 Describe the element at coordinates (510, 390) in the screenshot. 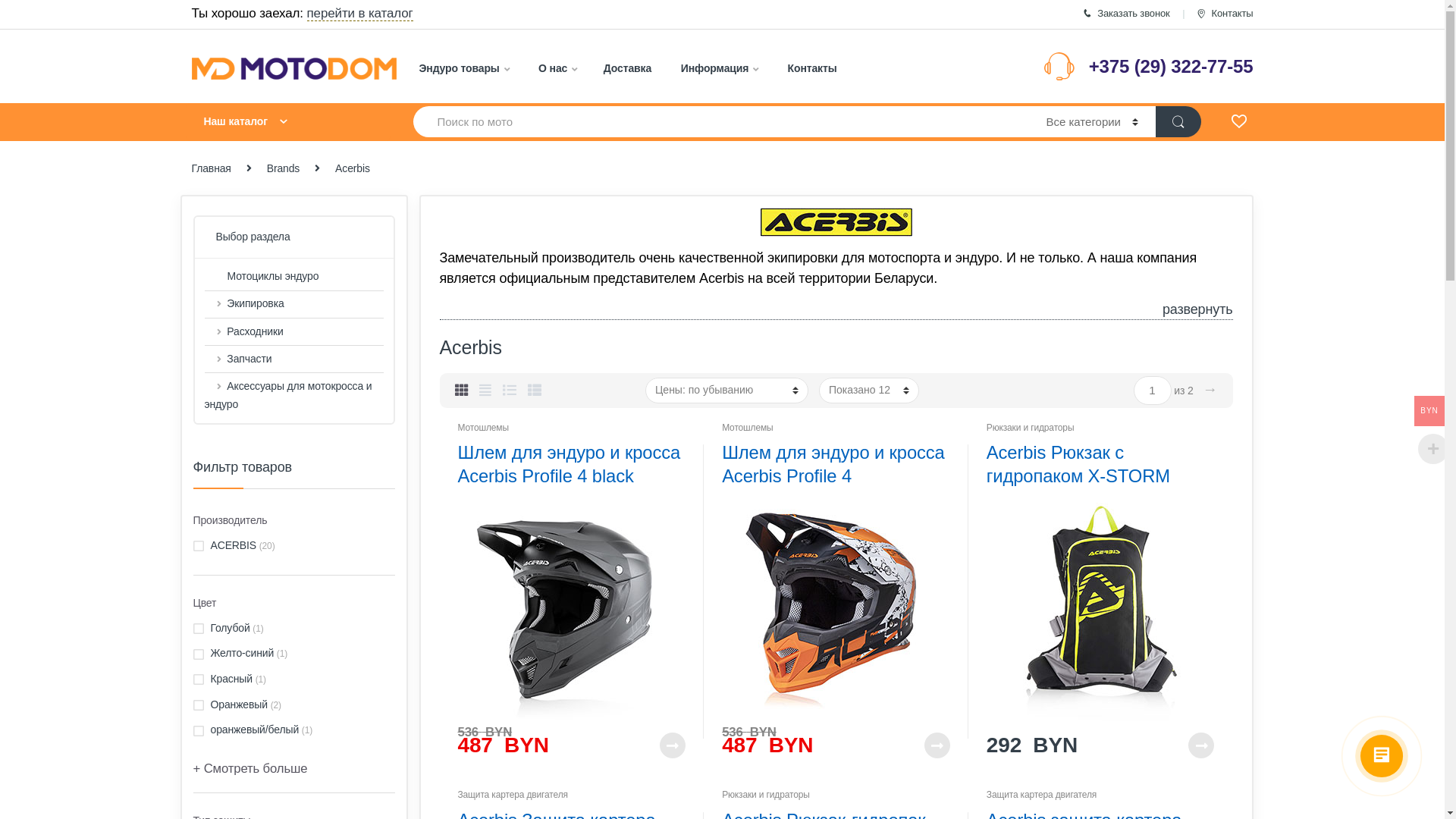

I see `'List View'` at that location.